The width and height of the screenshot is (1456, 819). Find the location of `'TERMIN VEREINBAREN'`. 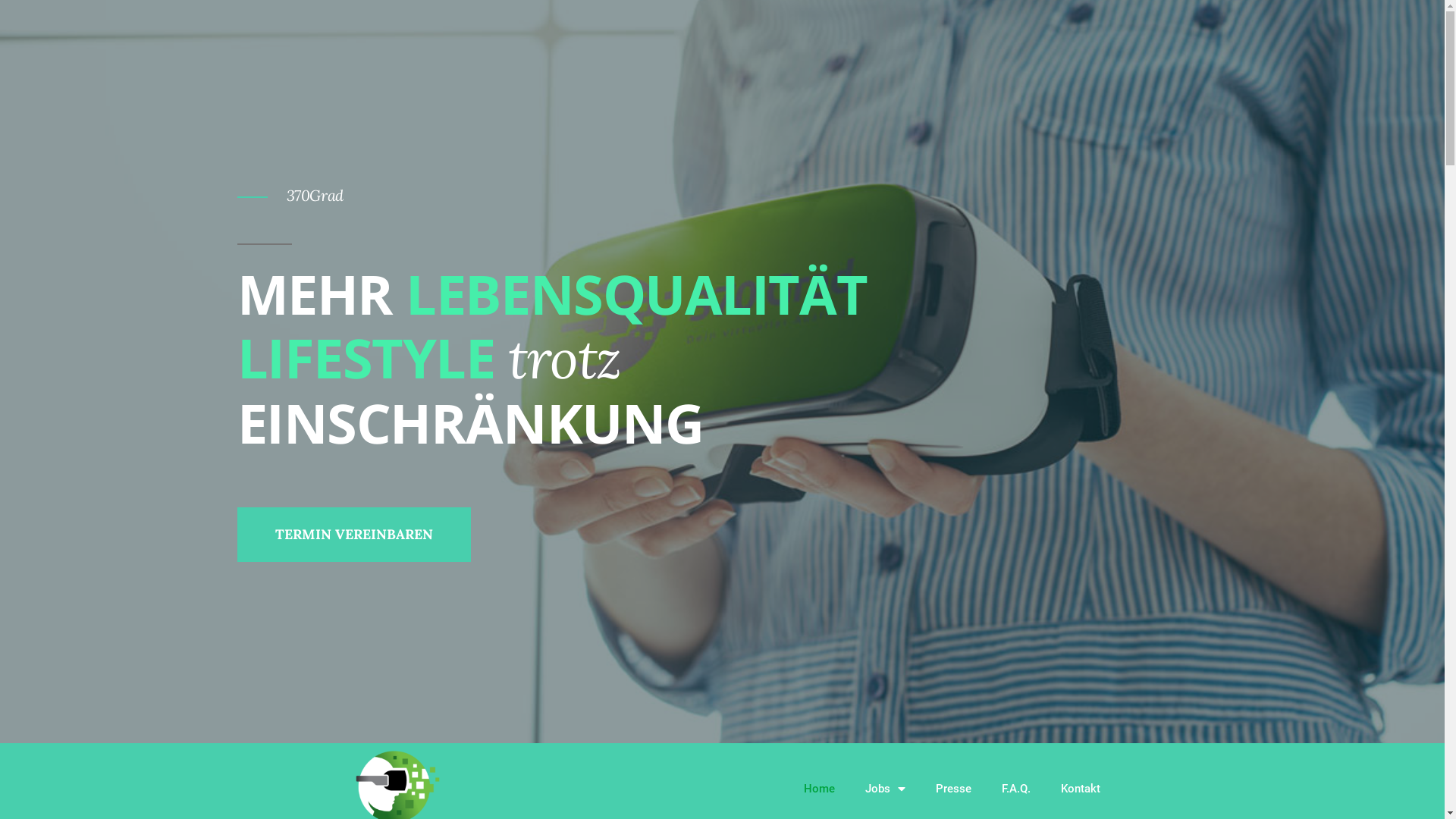

'TERMIN VEREINBAREN' is located at coordinates (352, 534).